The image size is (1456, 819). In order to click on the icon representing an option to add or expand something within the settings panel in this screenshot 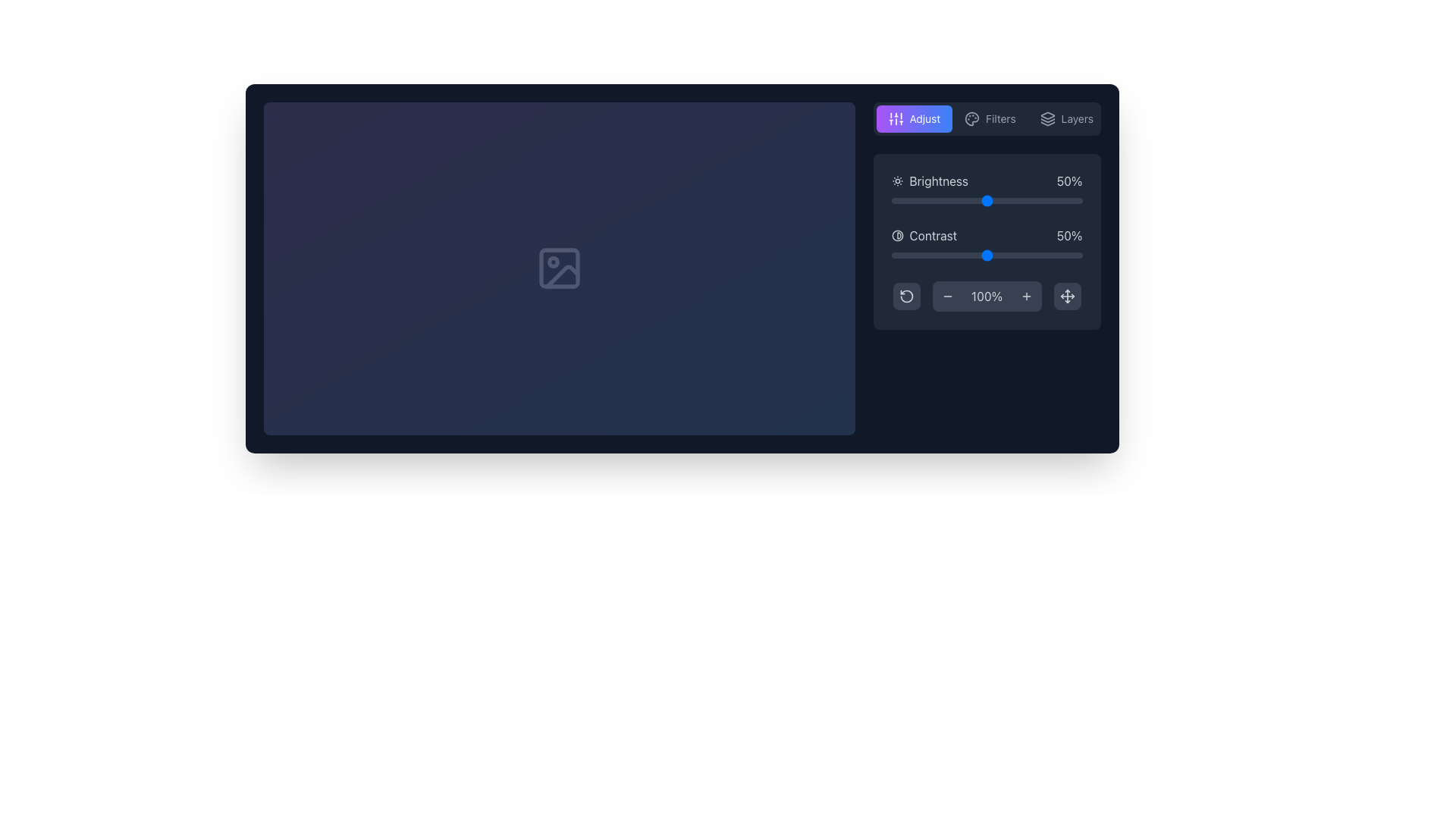, I will do `click(1026, 296)`.